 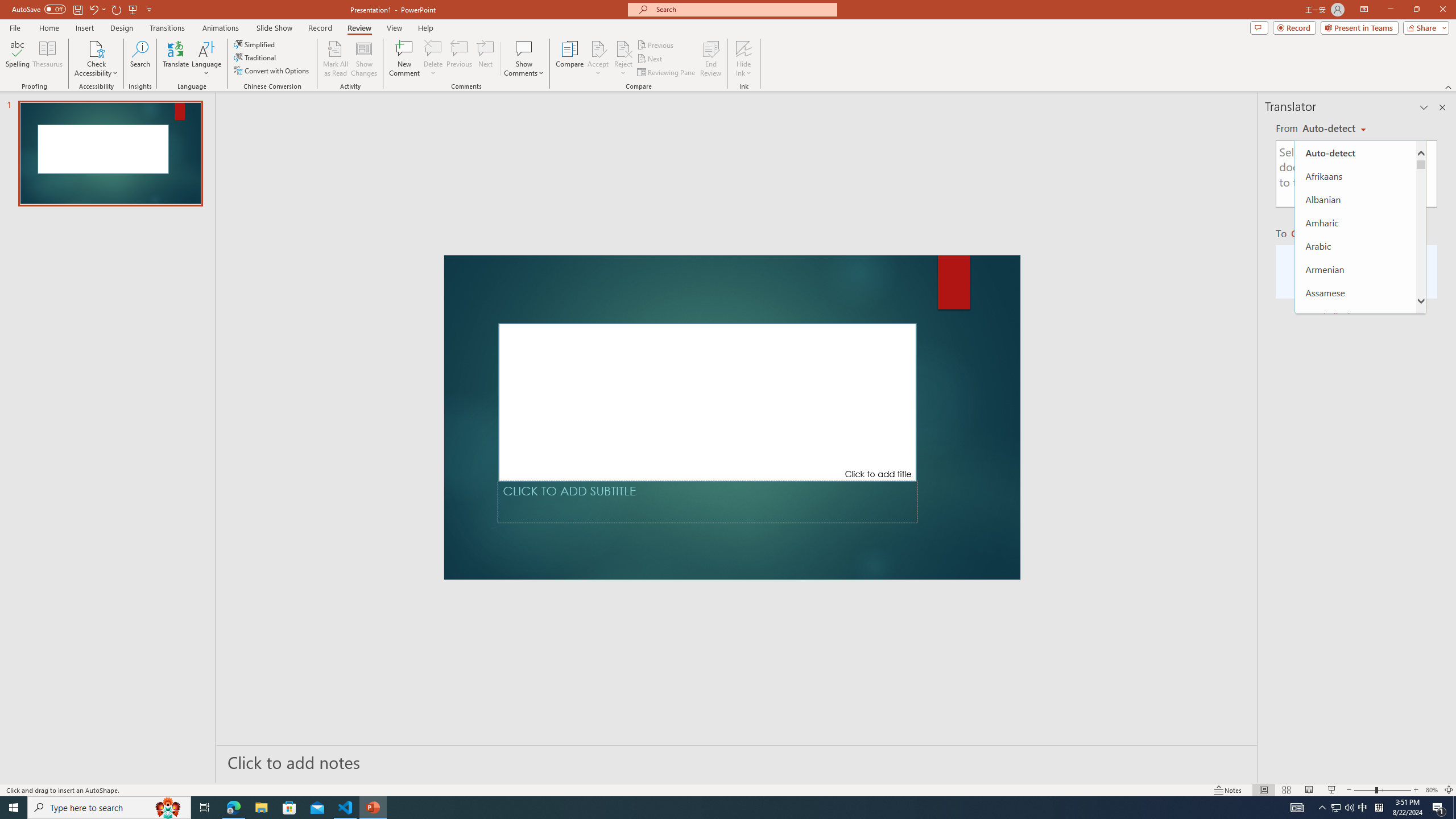 What do you see at coordinates (1355, 176) in the screenshot?
I see `'Afrikaans'` at bounding box center [1355, 176].